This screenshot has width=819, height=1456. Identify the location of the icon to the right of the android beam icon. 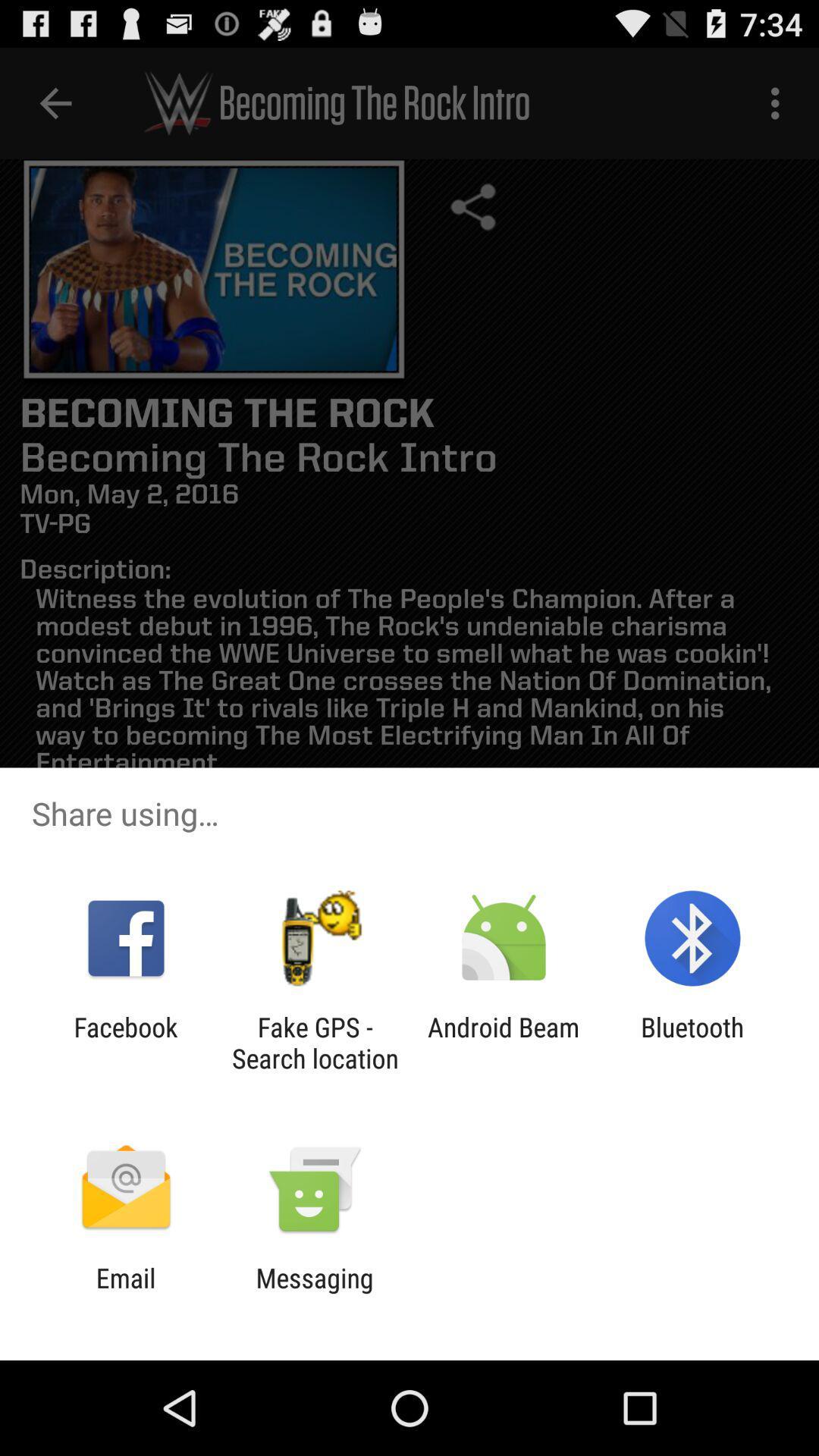
(692, 1042).